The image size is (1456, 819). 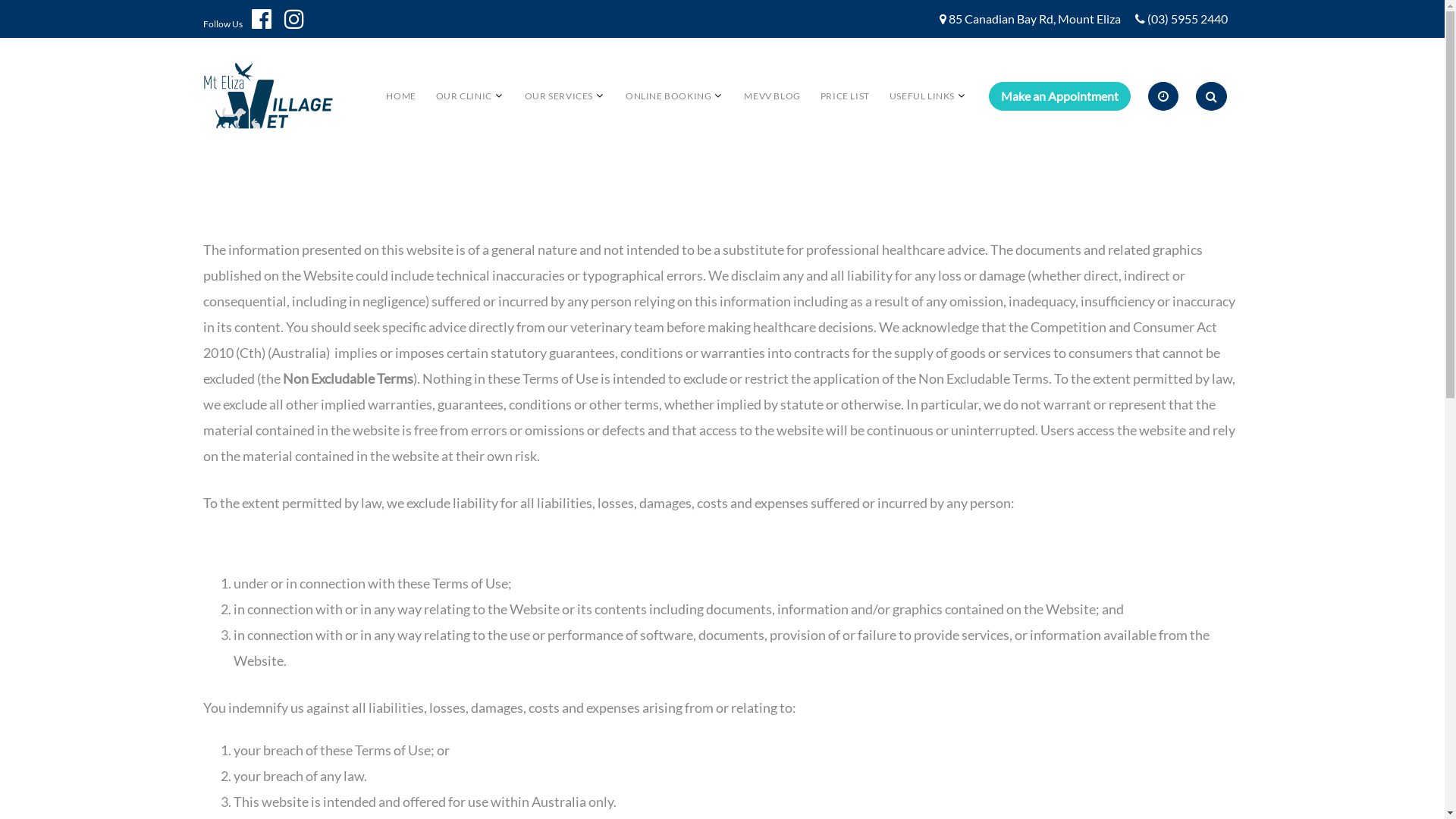 What do you see at coordinates (1147, 19) in the screenshot?
I see `'(03) 5955 2440'` at bounding box center [1147, 19].